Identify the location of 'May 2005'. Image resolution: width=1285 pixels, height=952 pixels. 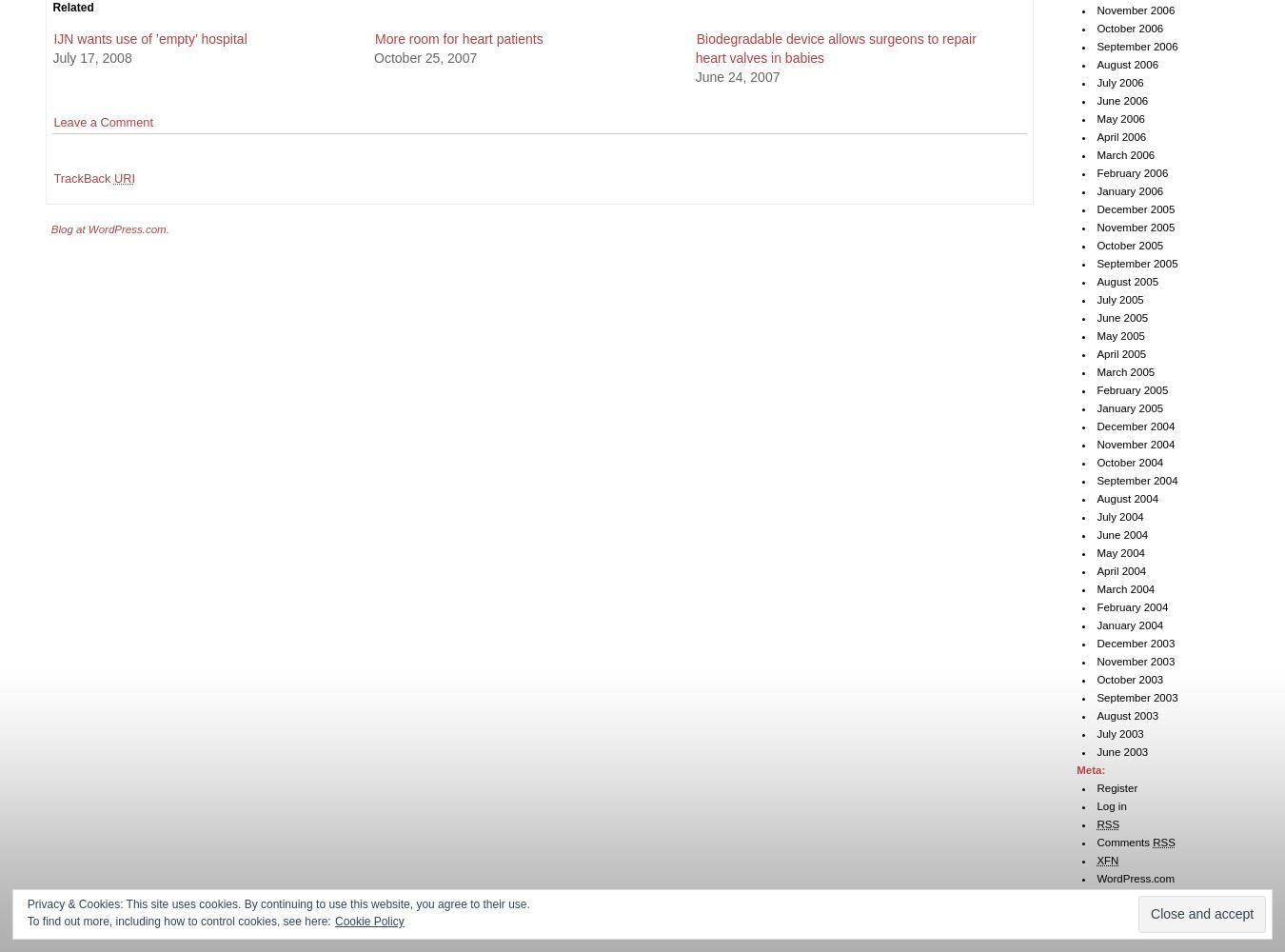
(1119, 335).